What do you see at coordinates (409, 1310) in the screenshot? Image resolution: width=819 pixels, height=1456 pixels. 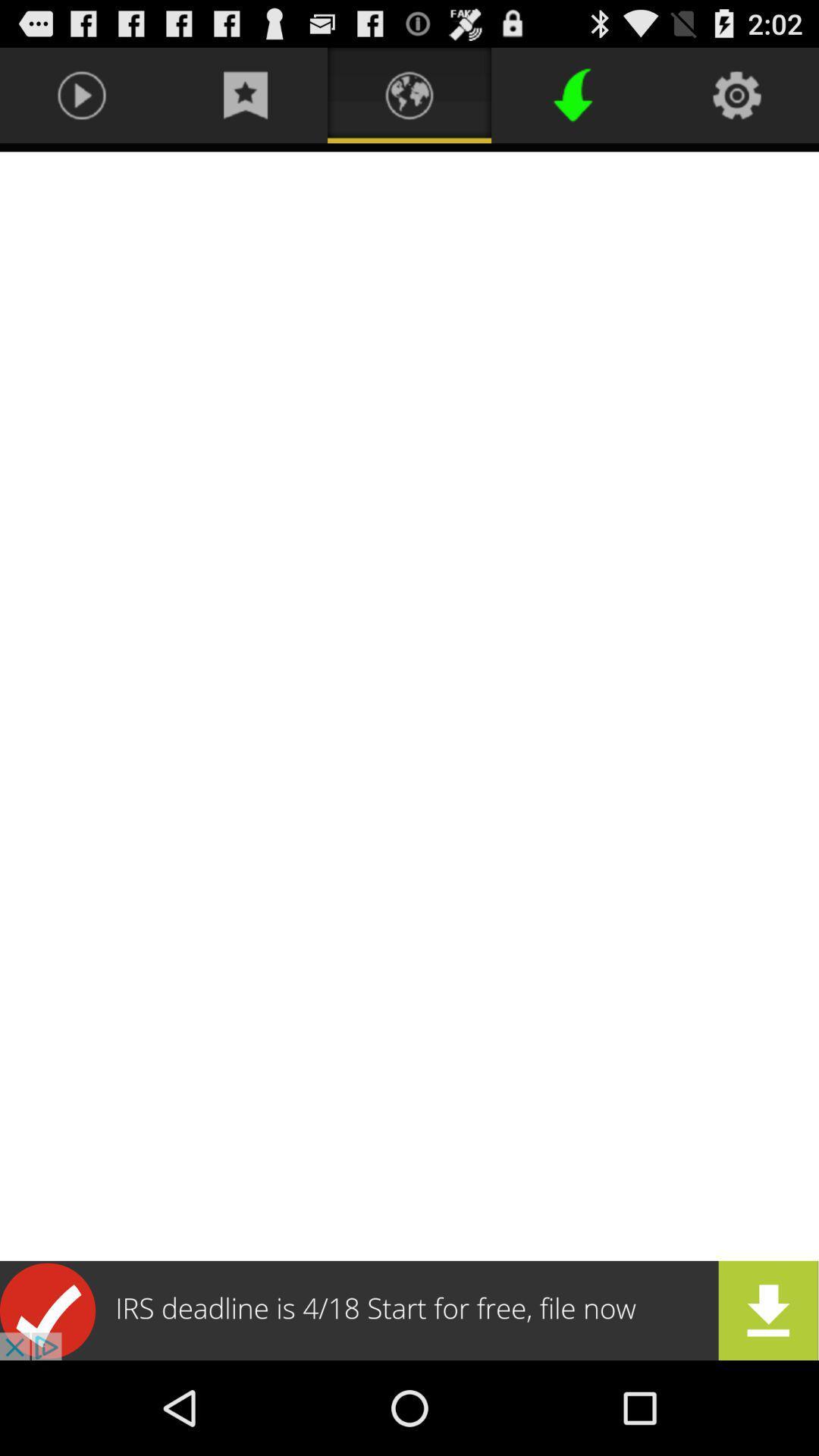 I see `advertisement` at bounding box center [409, 1310].